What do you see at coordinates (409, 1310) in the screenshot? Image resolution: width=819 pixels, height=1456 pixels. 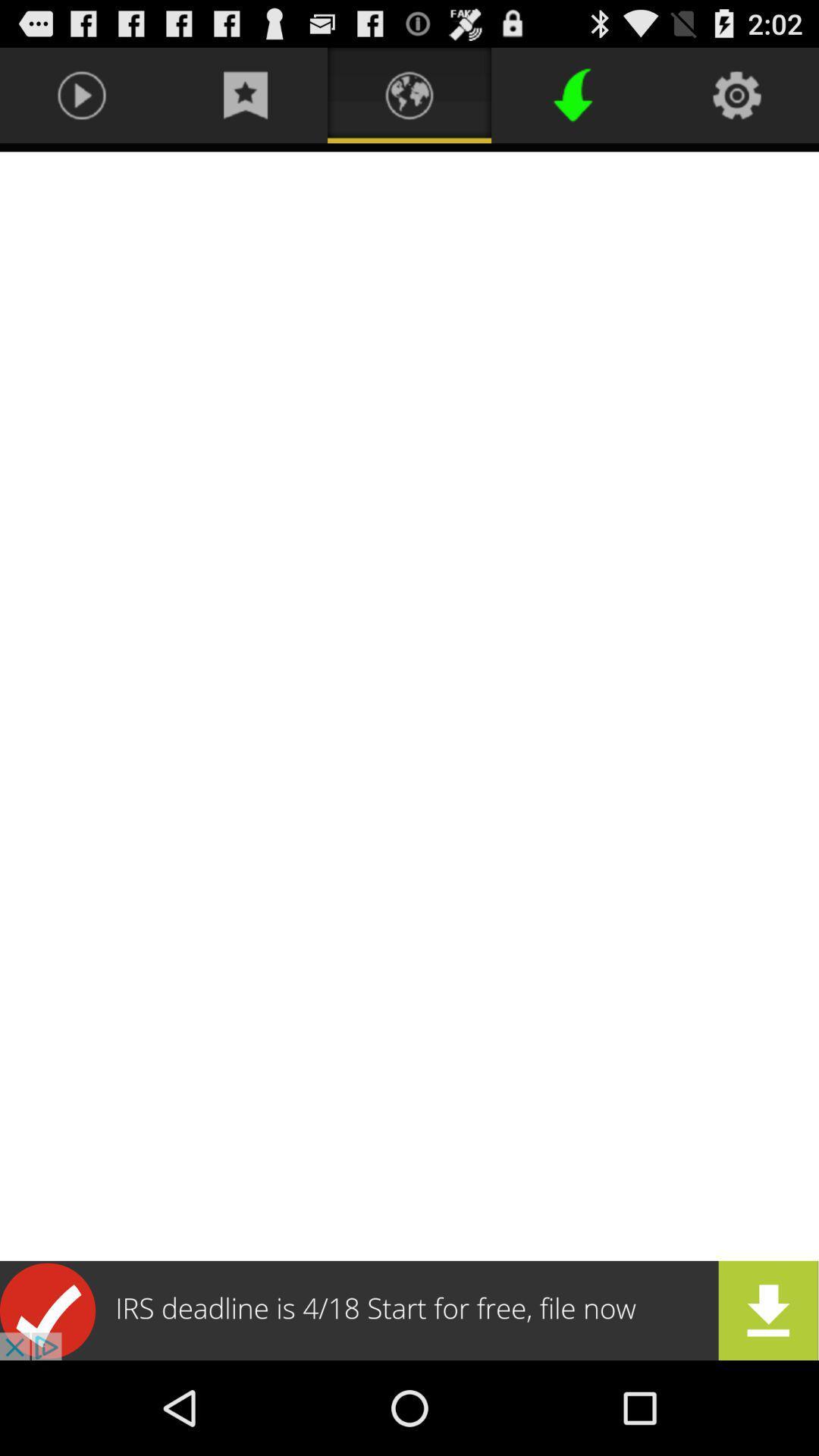 I see `advertisement` at bounding box center [409, 1310].